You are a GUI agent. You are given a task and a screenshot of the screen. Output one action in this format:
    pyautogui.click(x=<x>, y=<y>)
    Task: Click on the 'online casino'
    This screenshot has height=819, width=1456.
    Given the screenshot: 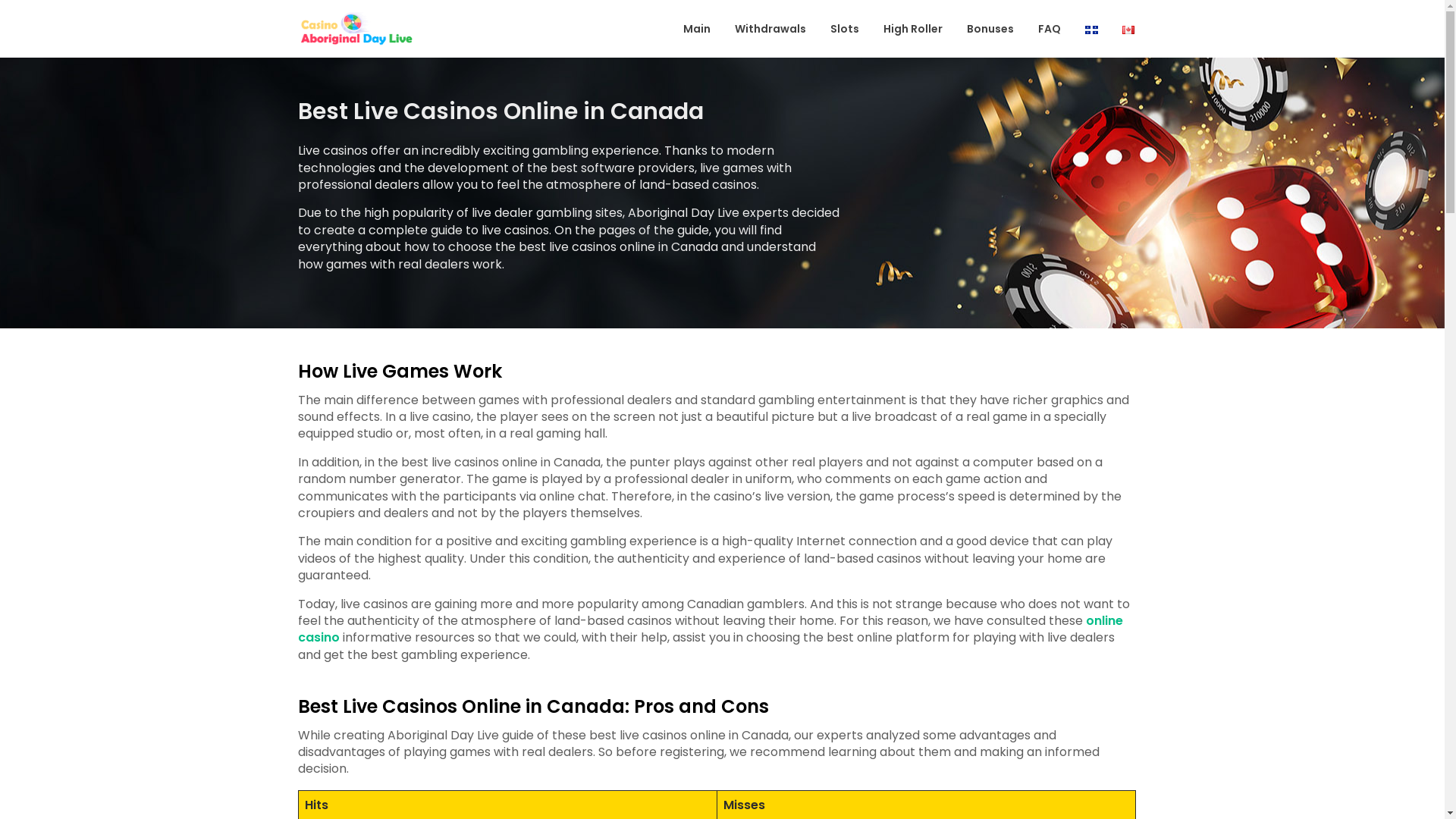 What is the action you would take?
    pyautogui.click(x=297, y=629)
    